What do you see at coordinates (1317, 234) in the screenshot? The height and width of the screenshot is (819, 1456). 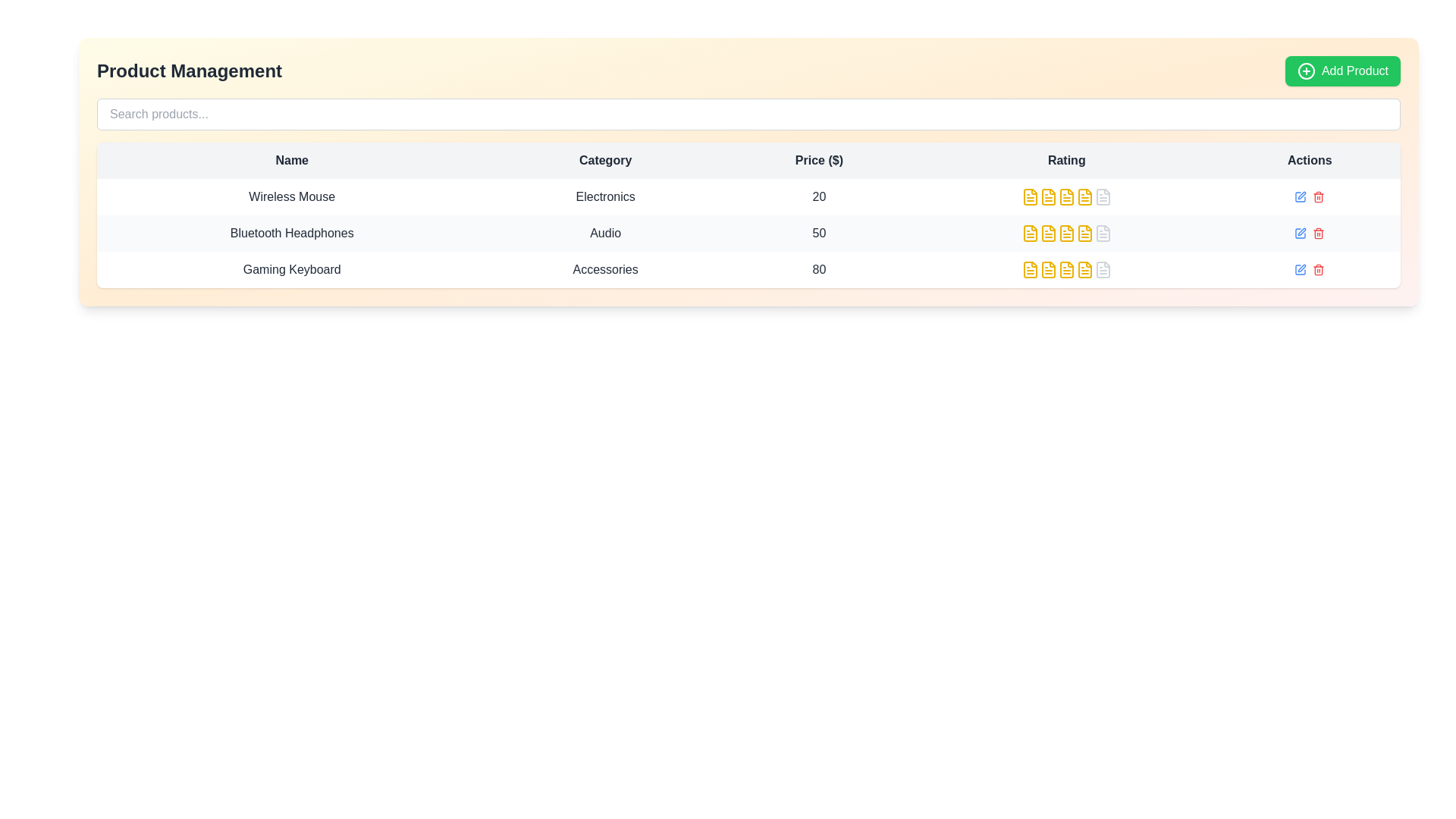 I see `the red trash bin icon button located in the 'Actions' column of the last row, positioned to the right of the blue edit icon` at bounding box center [1317, 234].